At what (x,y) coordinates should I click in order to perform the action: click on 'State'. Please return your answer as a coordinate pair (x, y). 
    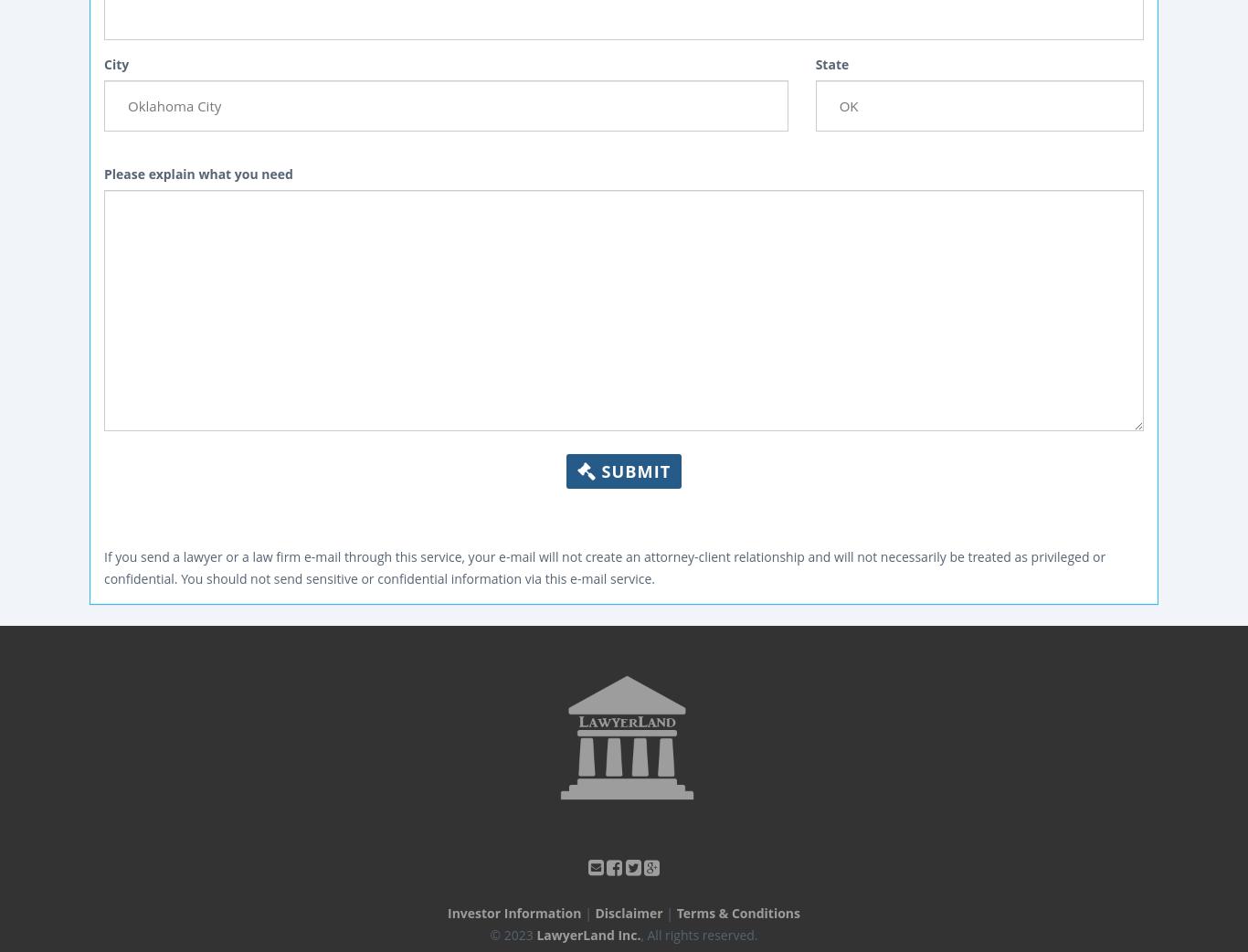
    Looking at the image, I should click on (830, 62).